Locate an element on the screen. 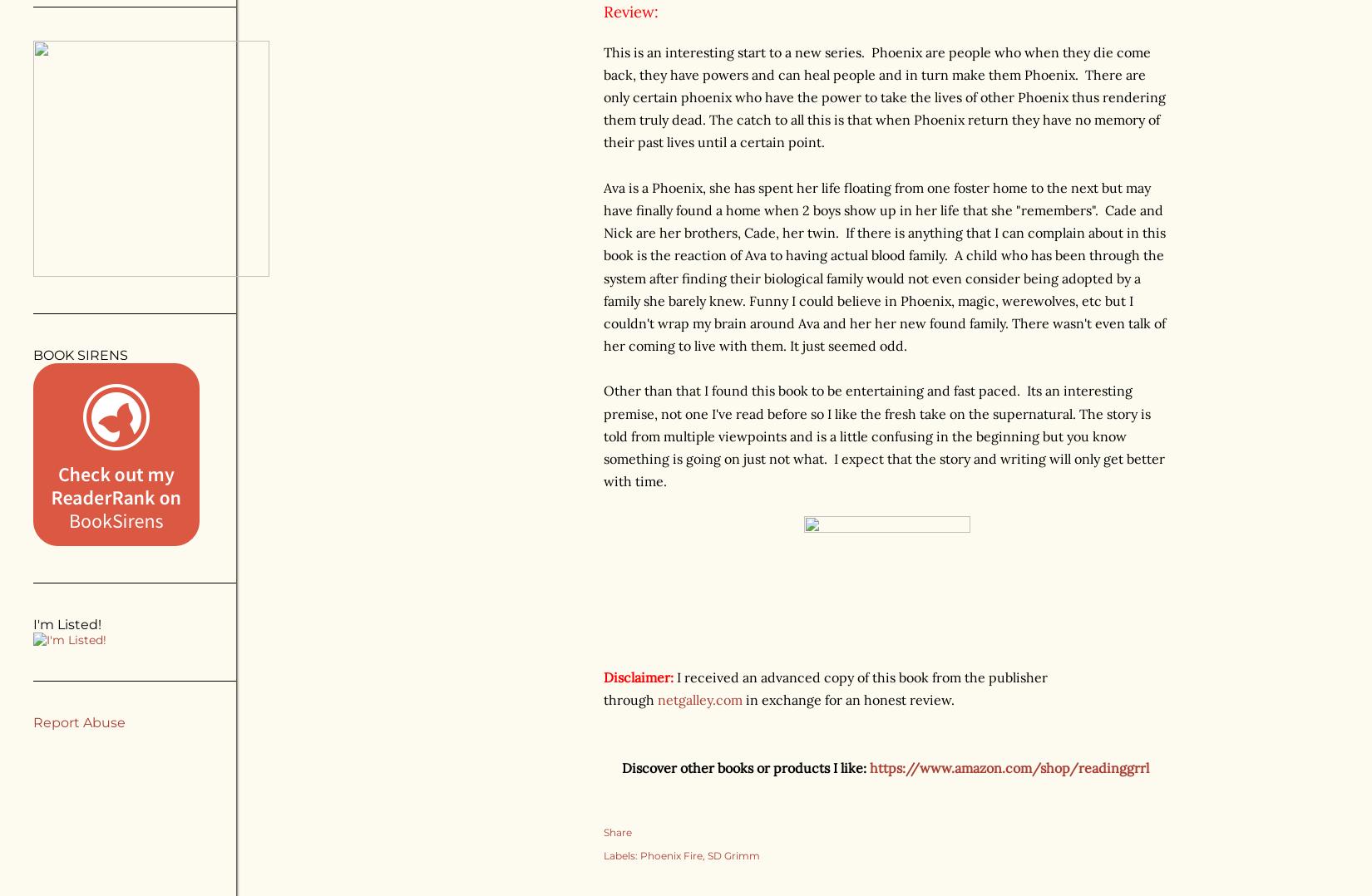  'SD Grimm' is located at coordinates (733, 854).